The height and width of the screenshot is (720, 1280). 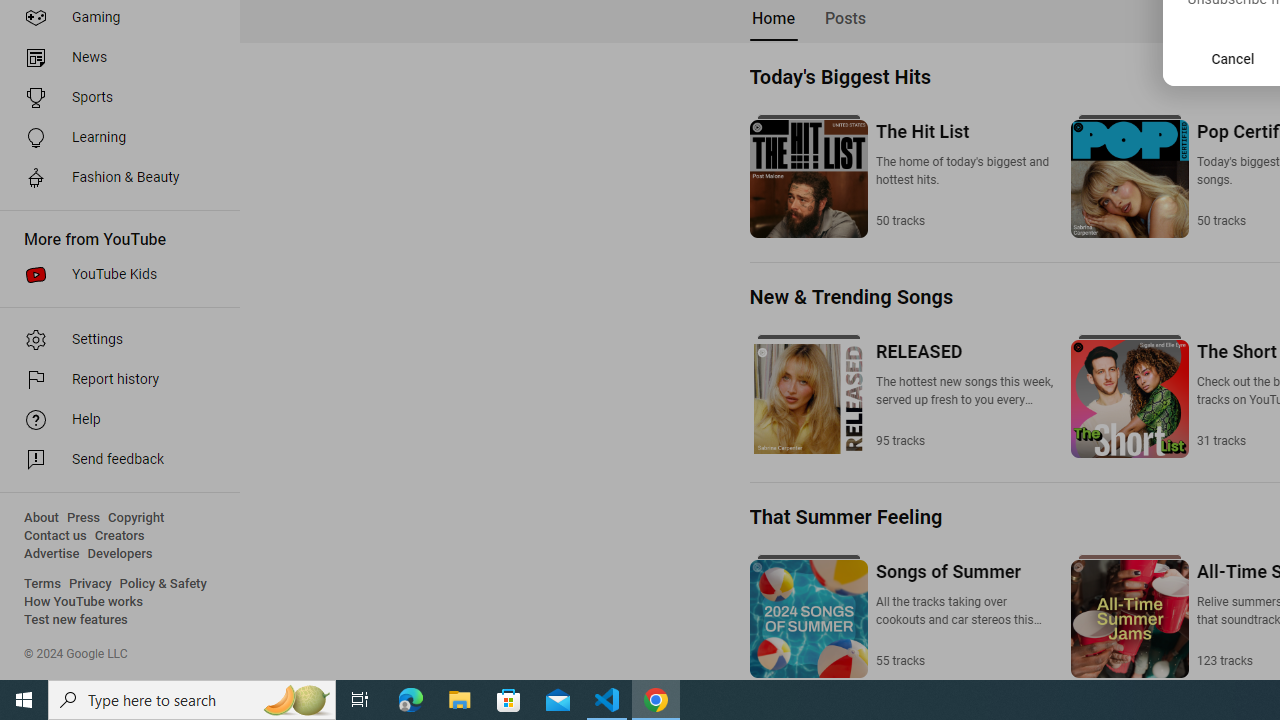 I want to click on 'Test new features', so click(x=76, y=619).